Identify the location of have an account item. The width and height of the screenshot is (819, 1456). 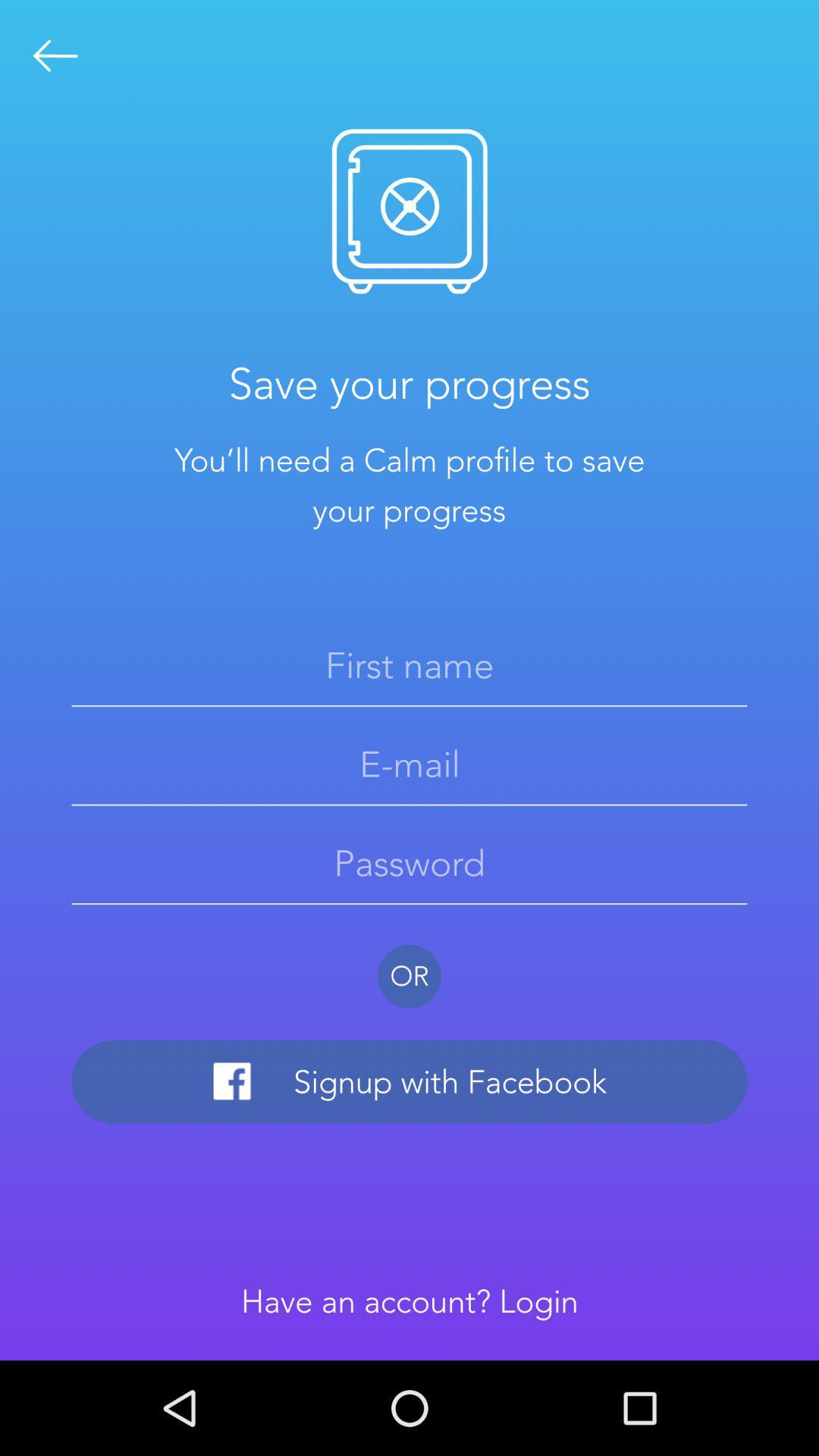
(409, 1301).